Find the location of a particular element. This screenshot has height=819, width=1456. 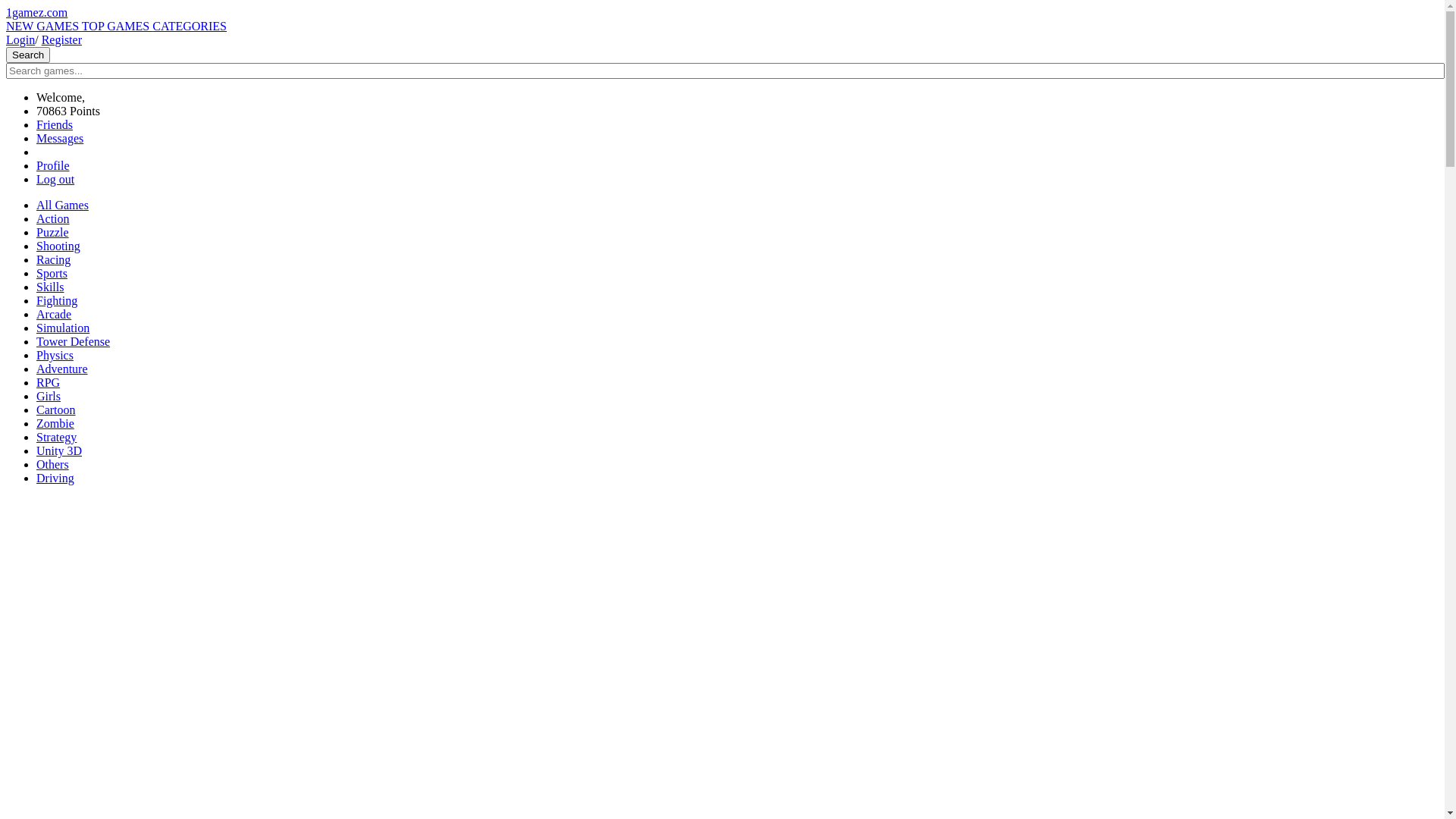

'Profile' is located at coordinates (36, 165).